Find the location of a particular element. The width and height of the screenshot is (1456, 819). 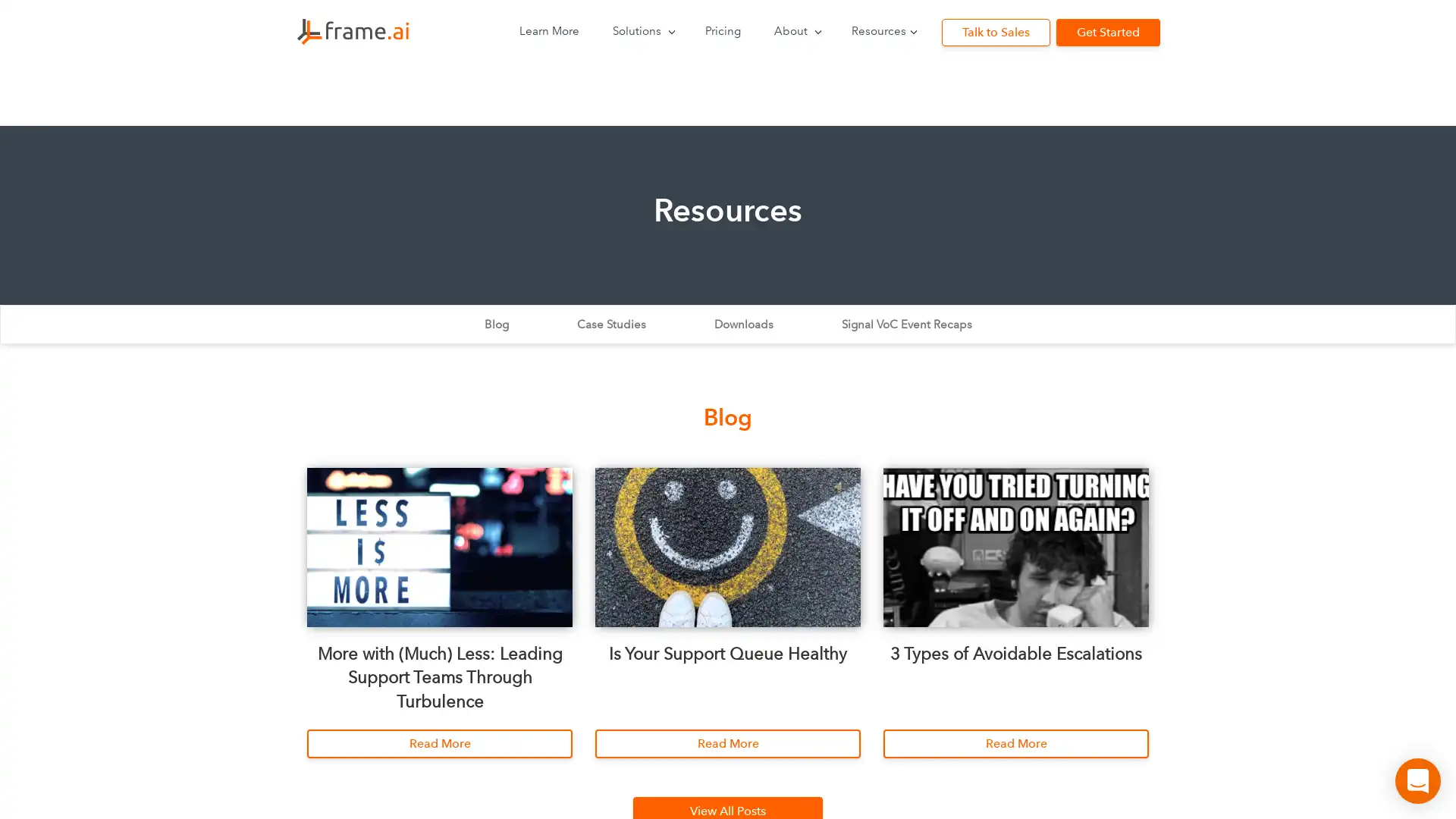

Read More is located at coordinates (439, 742).